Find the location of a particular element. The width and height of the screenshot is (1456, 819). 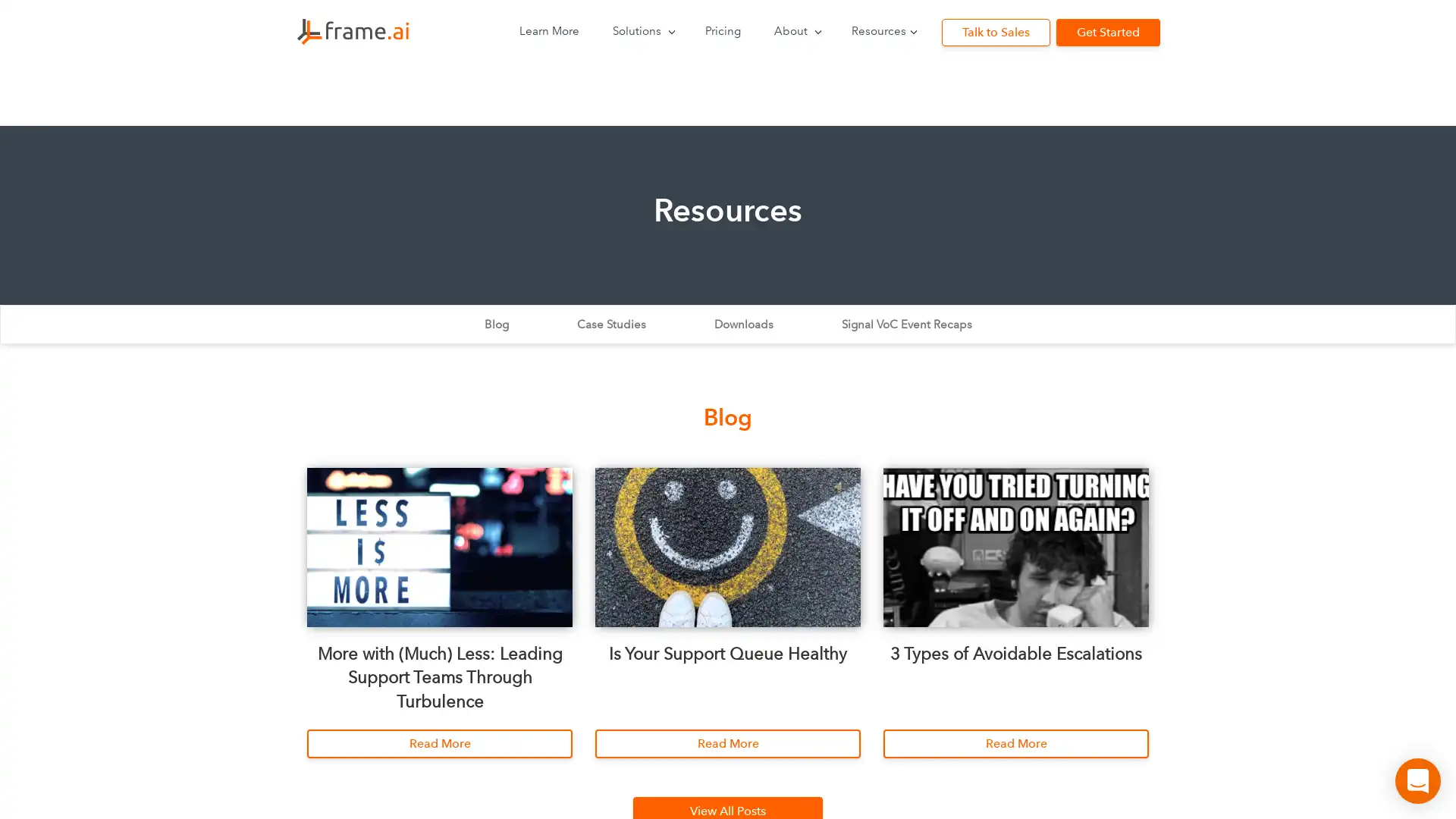

Read More is located at coordinates (439, 742).